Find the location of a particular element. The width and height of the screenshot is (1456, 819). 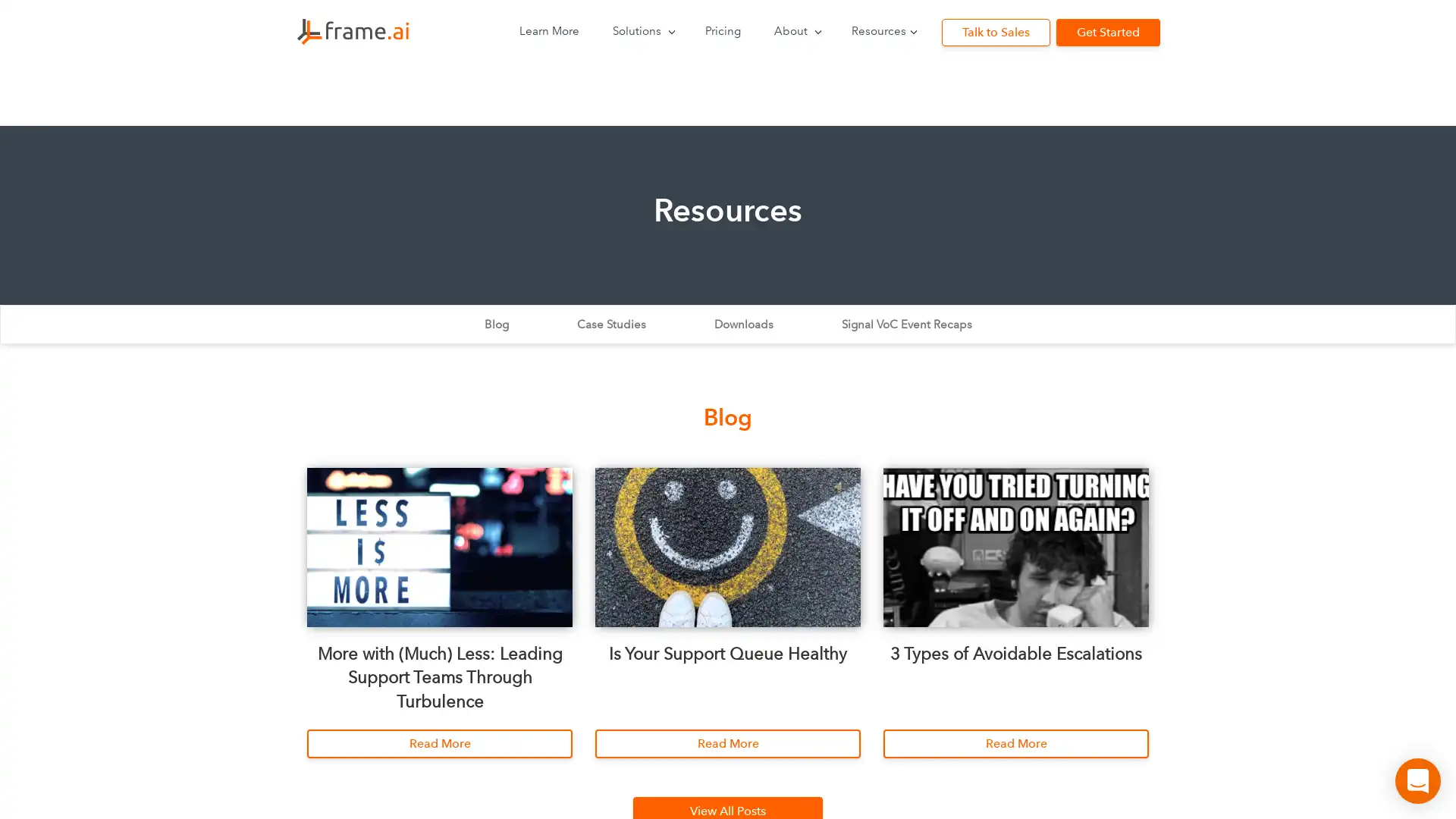

Read More is located at coordinates (439, 742).